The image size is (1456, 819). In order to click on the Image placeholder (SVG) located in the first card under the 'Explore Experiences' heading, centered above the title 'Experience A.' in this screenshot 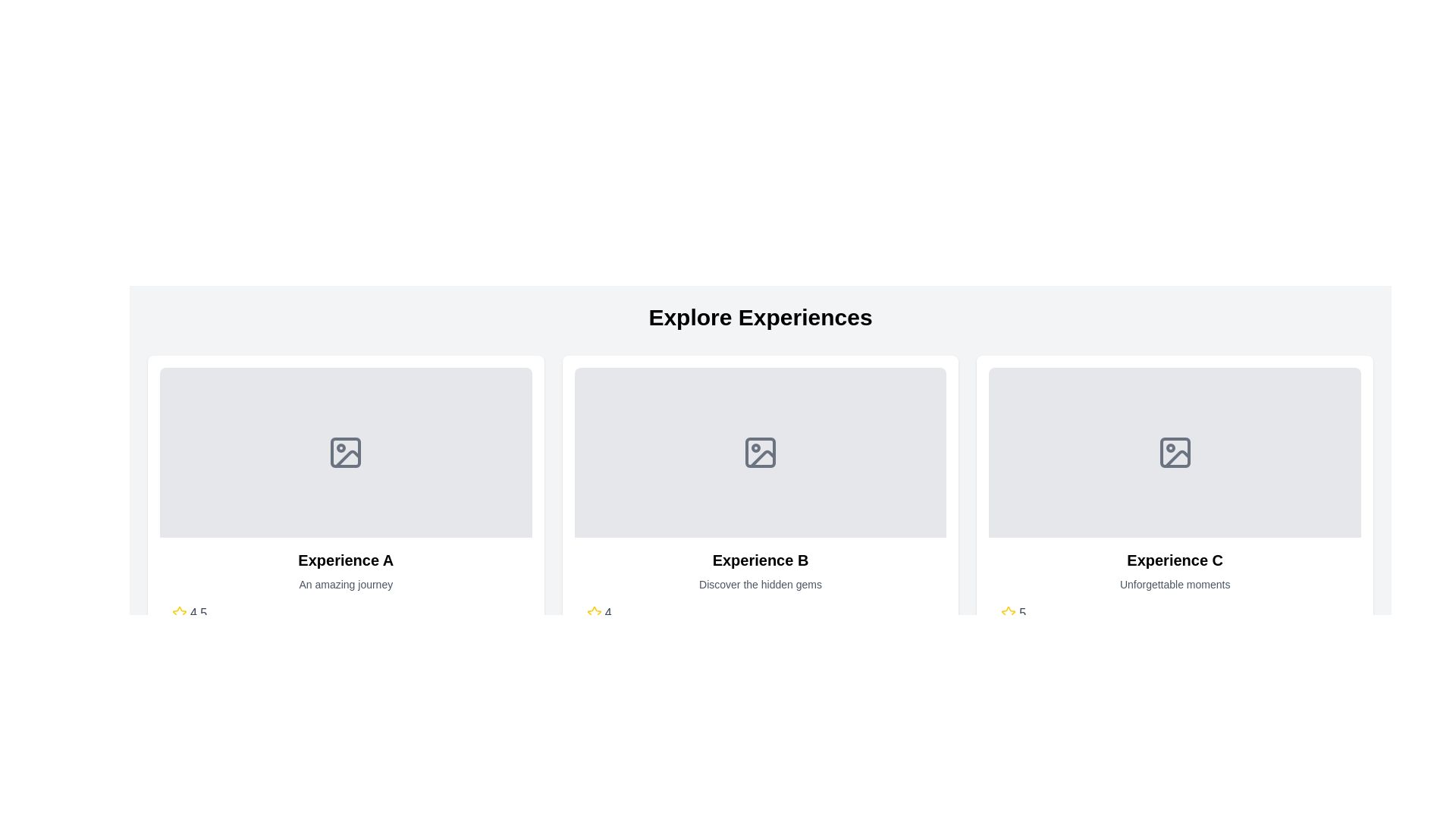, I will do `click(345, 452)`.